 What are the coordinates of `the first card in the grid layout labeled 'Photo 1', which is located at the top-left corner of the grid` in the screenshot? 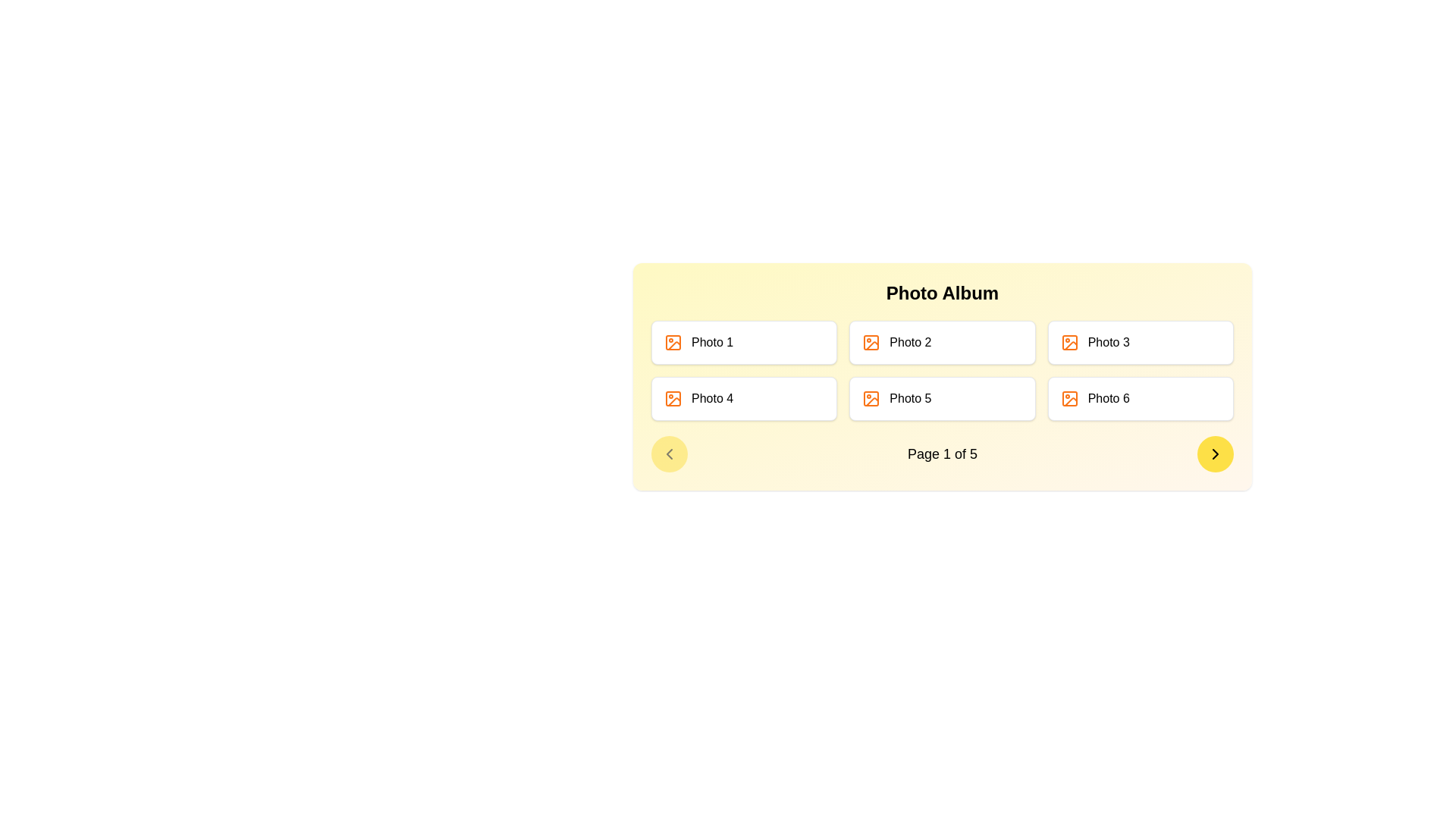 It's located at (744, 342).